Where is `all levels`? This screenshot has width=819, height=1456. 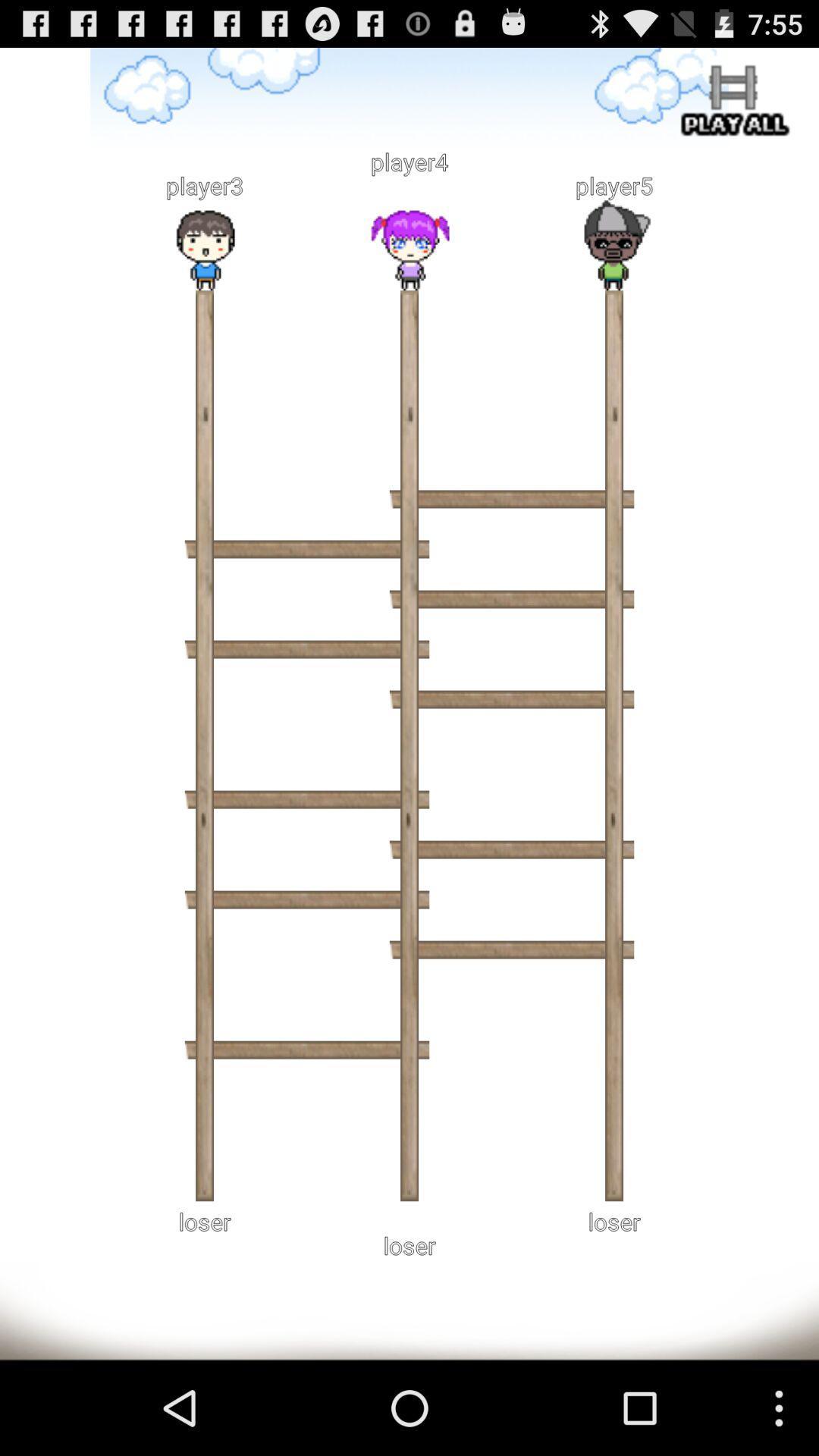 all levels is located at coordinates (731, 102).